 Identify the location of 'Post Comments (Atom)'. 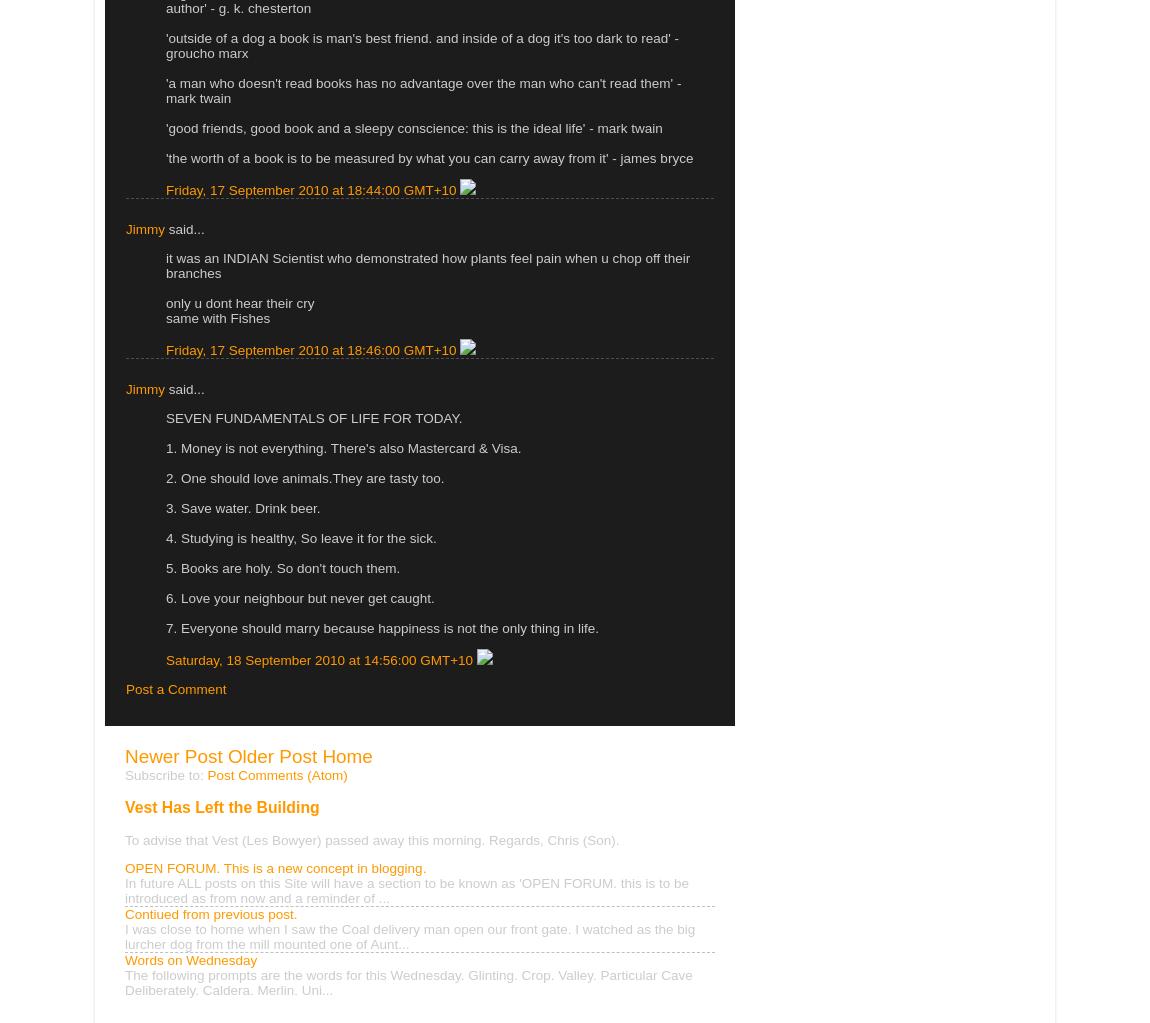
(276, 774).